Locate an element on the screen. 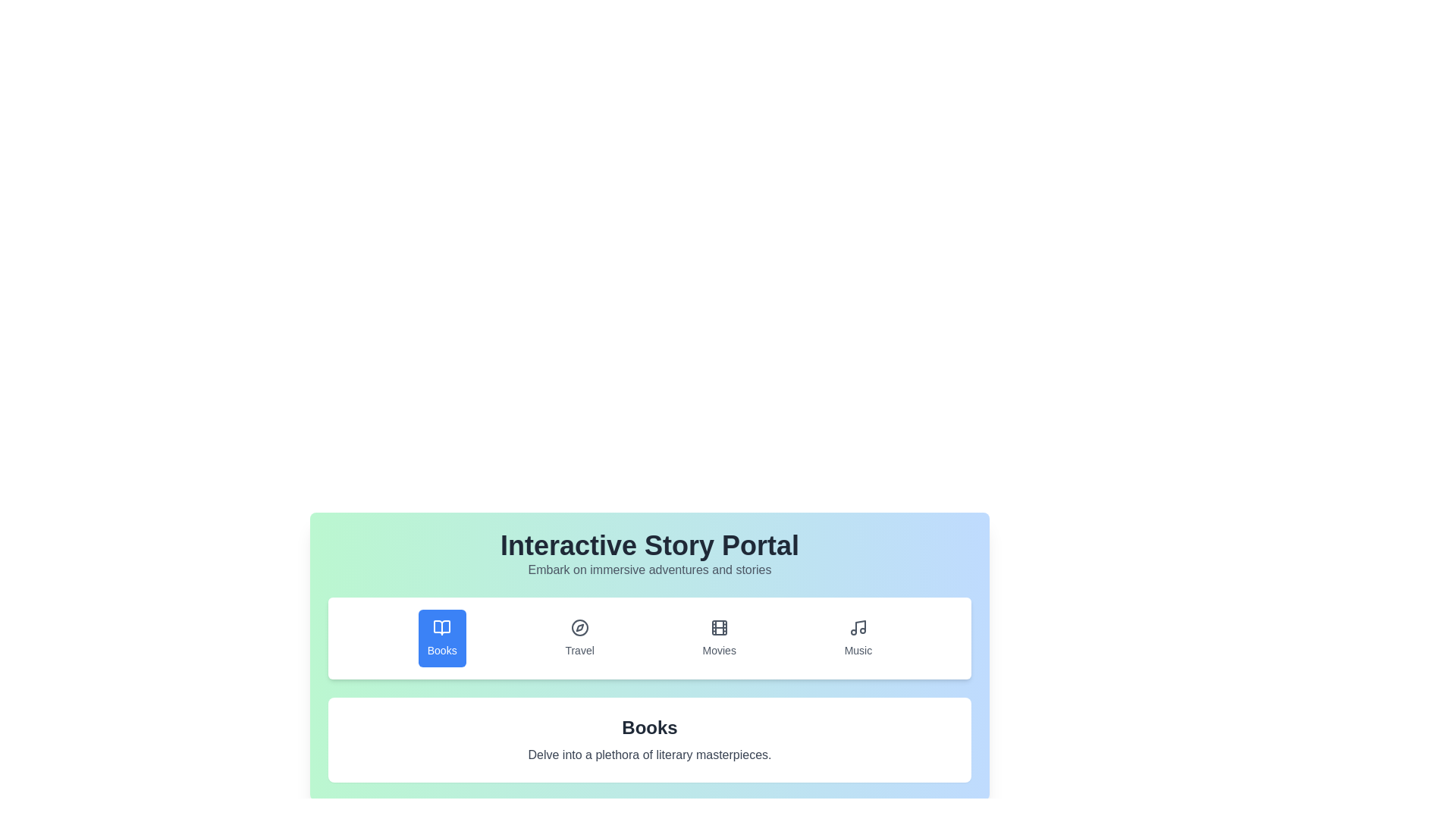 The image size is (1456, 819). text label located directly below the compass icon in the navigation button, which is positioned between the 'Books' and 'Movies' buttons in the horizontal menu bar is located at coordinates (579, 649).